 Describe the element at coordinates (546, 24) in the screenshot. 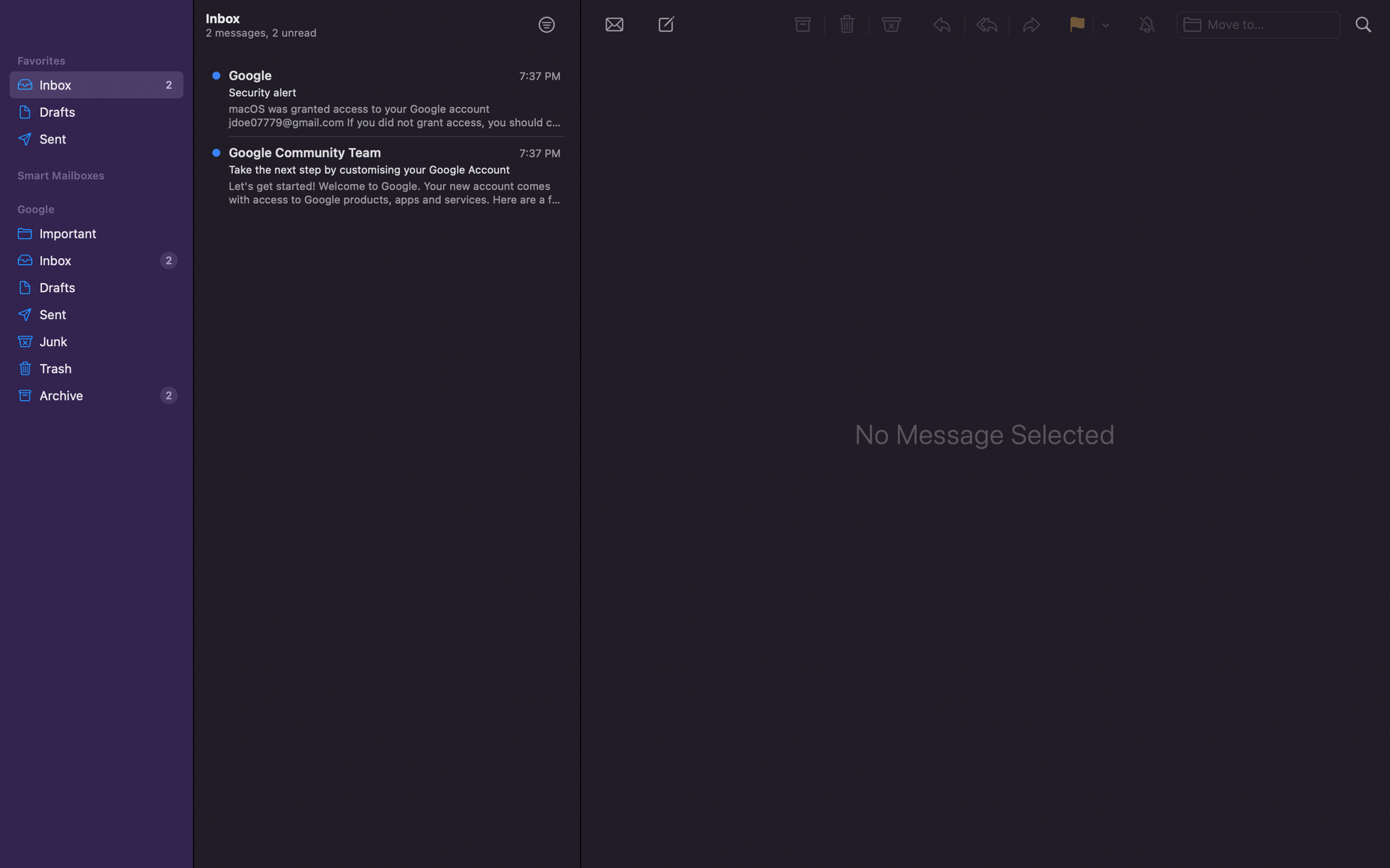

I see `Filter the unread messages` at that location.